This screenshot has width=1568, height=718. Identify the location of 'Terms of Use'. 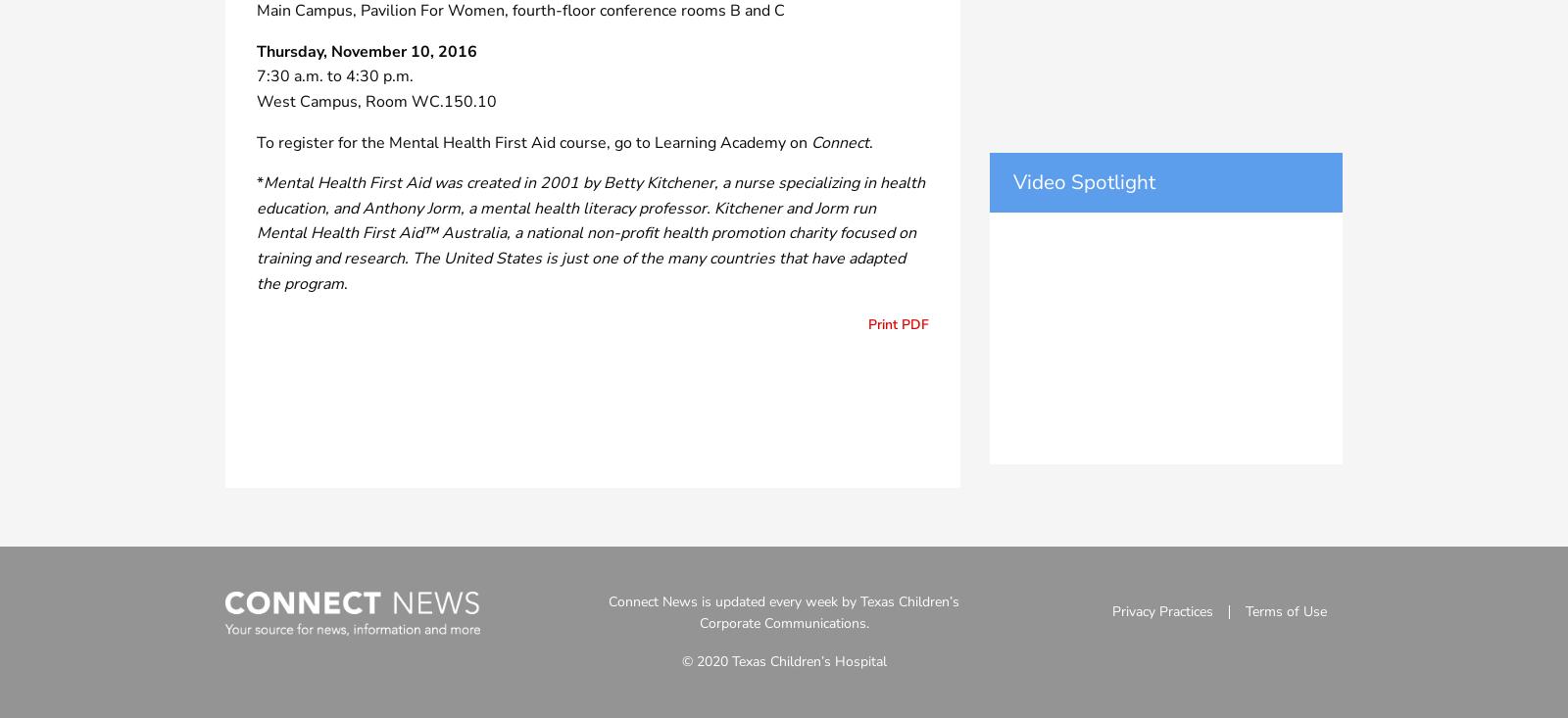
(1245, 610).